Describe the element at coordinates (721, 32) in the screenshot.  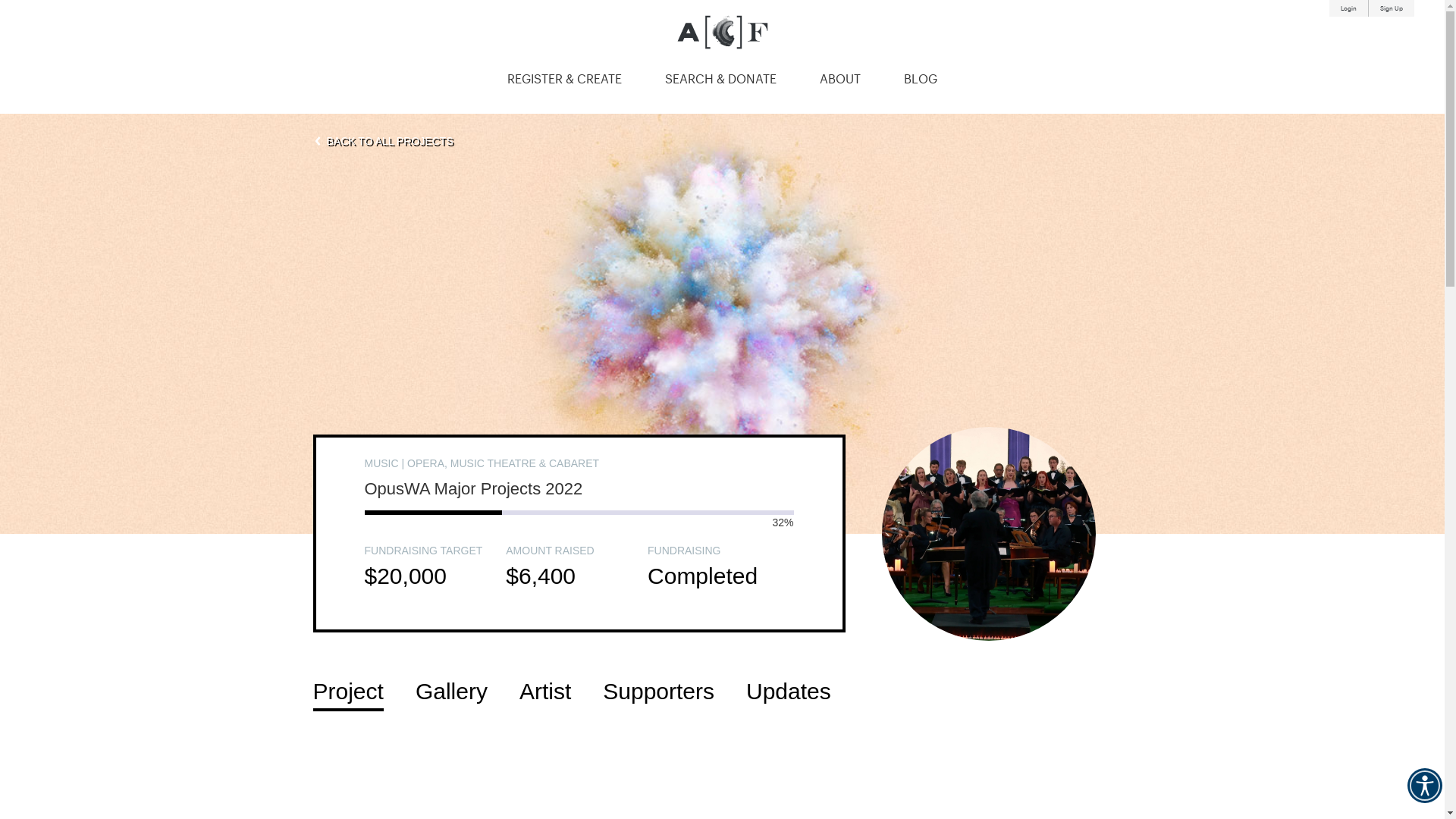
I see `'Australian Cultural Fund'` at that location.